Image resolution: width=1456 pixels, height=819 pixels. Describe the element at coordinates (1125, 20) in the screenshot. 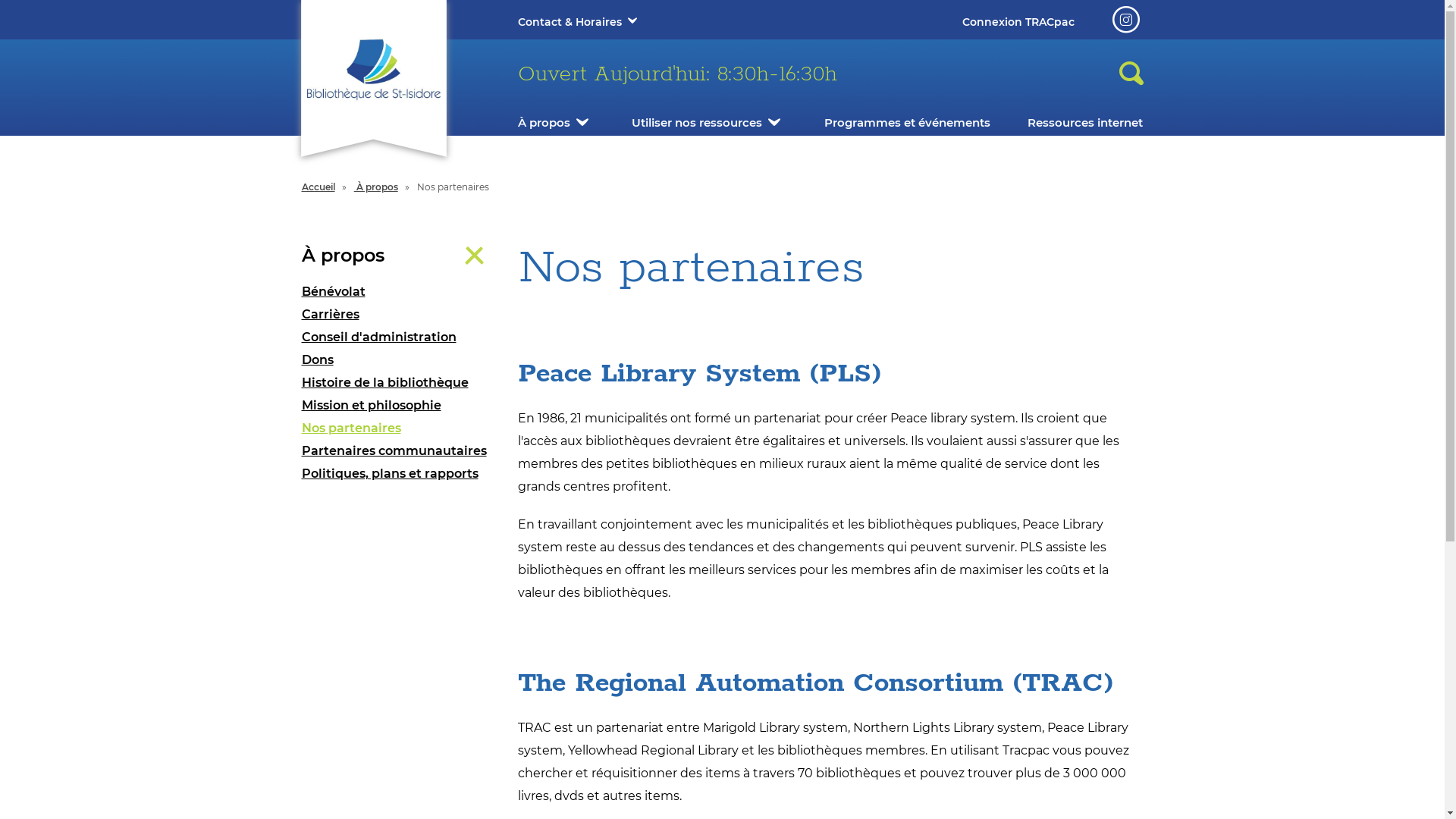

I see `'Instagram'` at that location.